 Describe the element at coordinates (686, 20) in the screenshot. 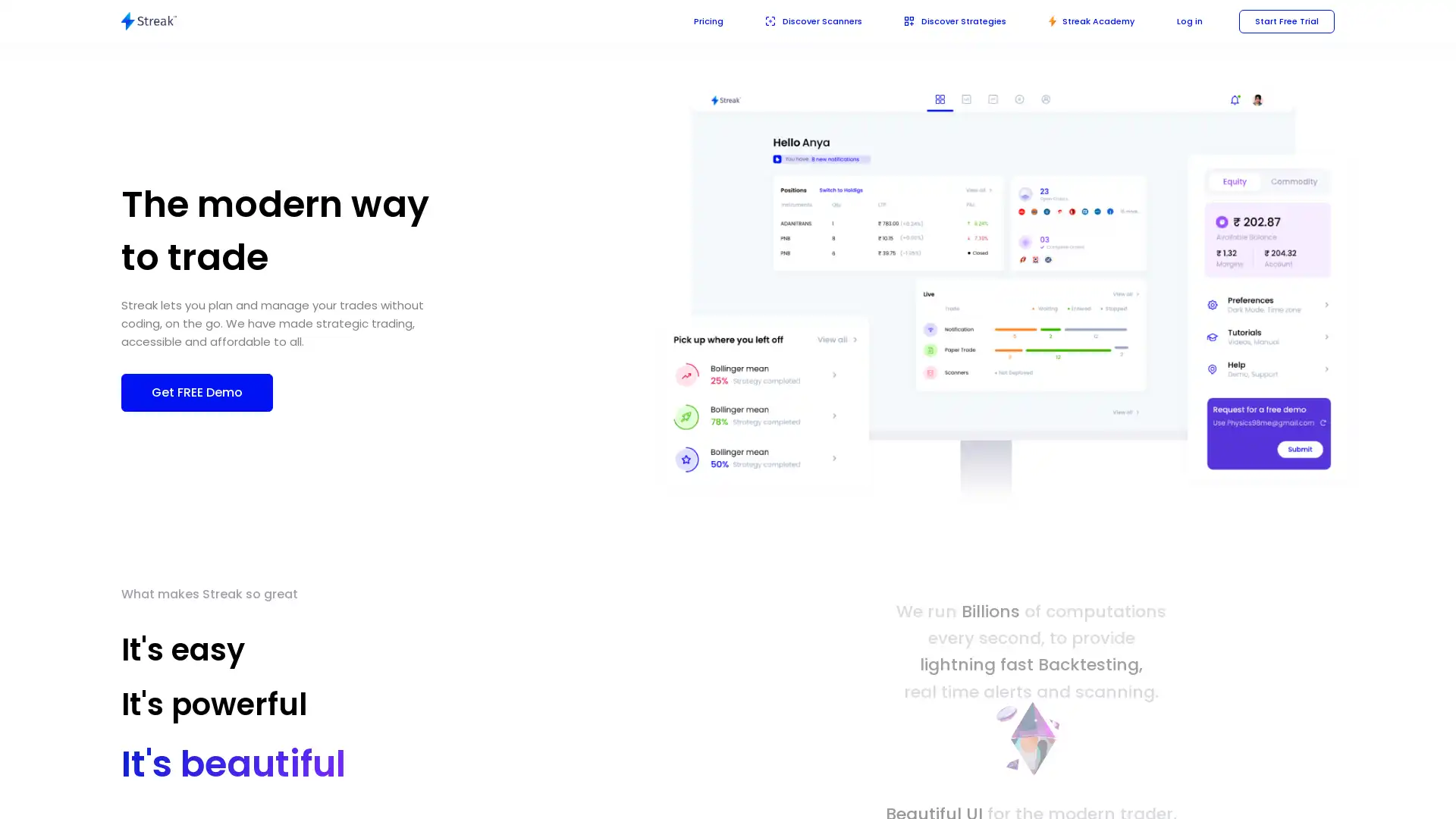

I see `Pricing` at that location.